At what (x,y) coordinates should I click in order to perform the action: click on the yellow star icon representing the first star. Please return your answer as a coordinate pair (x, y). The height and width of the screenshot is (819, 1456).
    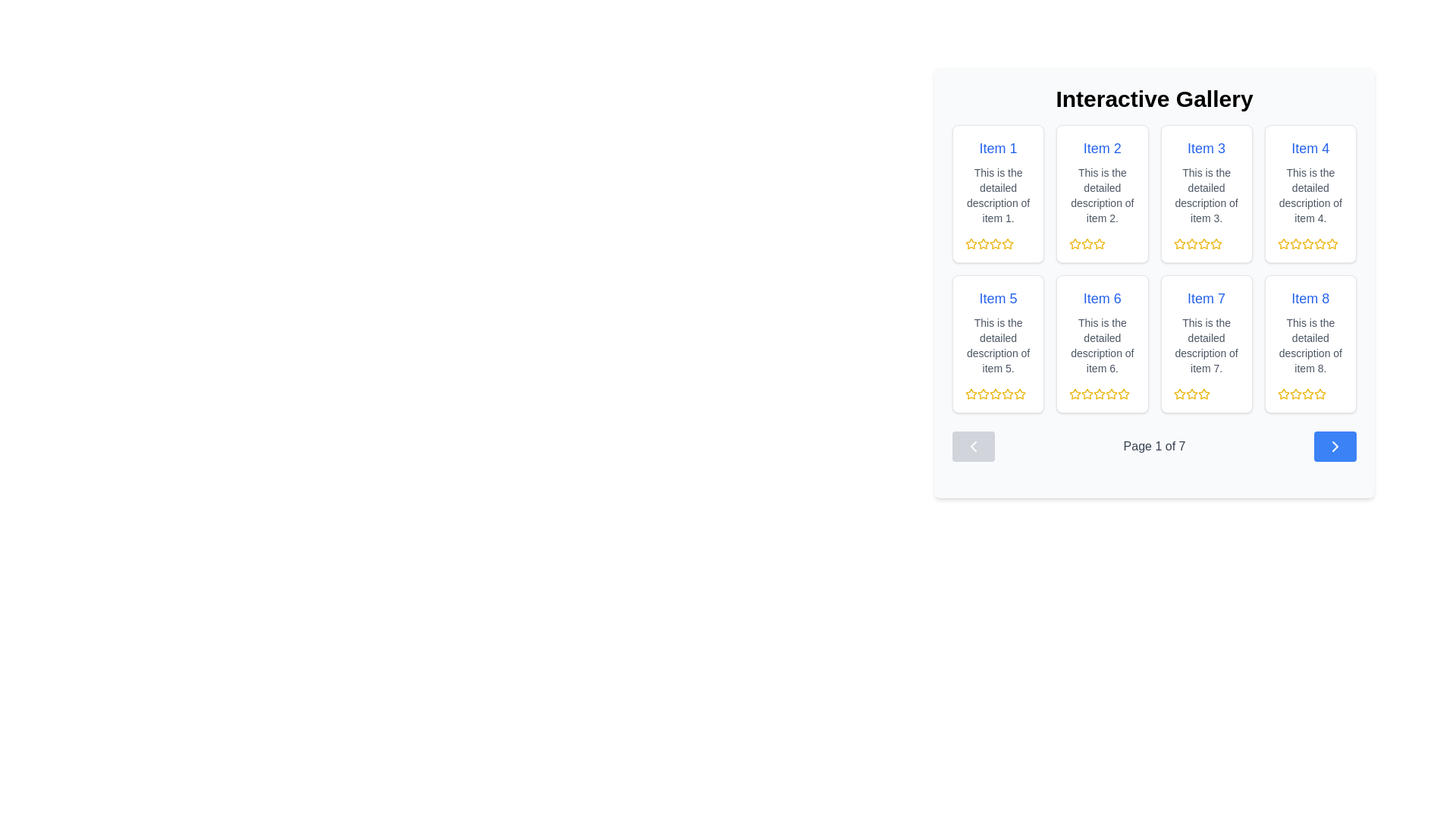
    Looking at the image, I should click on (1294, 393).